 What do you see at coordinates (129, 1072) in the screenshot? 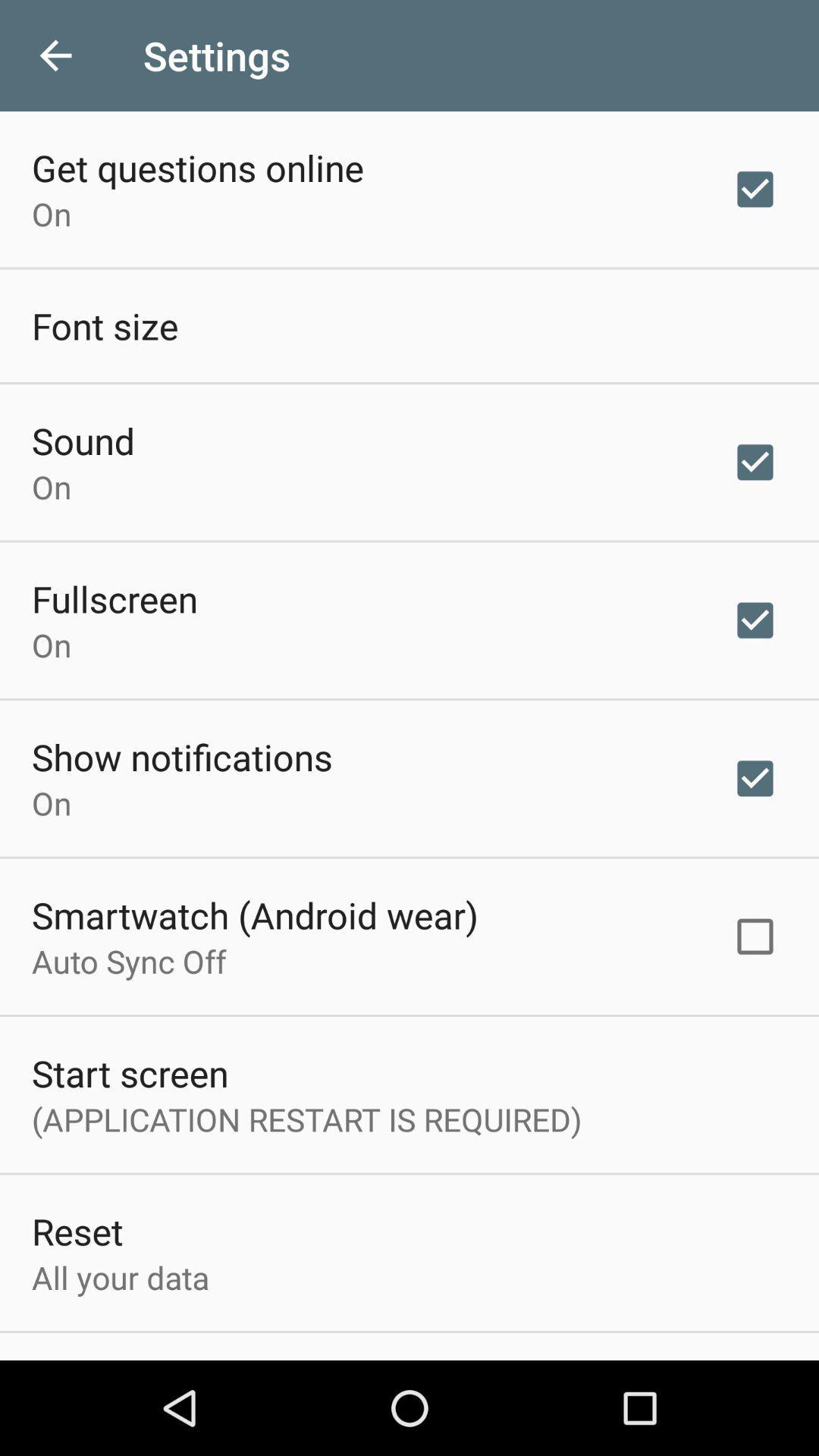
I see `the item below auto sync off` at bounding box center [129, 1072].